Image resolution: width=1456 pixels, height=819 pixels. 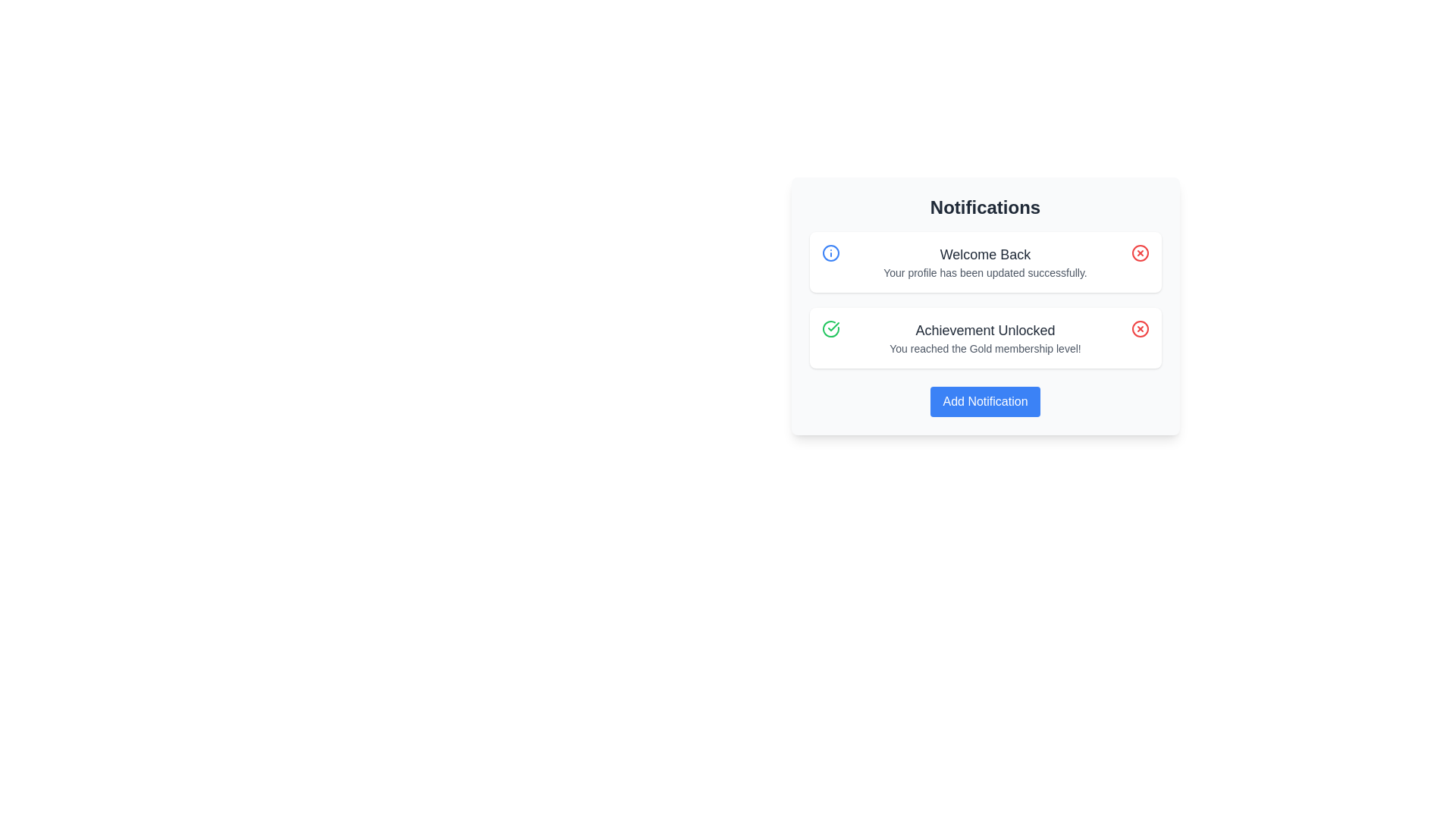 I want to click on the text label stating 'Your profile has been updated successfully.' which is located below the 'Welcome Back' header in the Notifications section, so click(x=985, y=271).